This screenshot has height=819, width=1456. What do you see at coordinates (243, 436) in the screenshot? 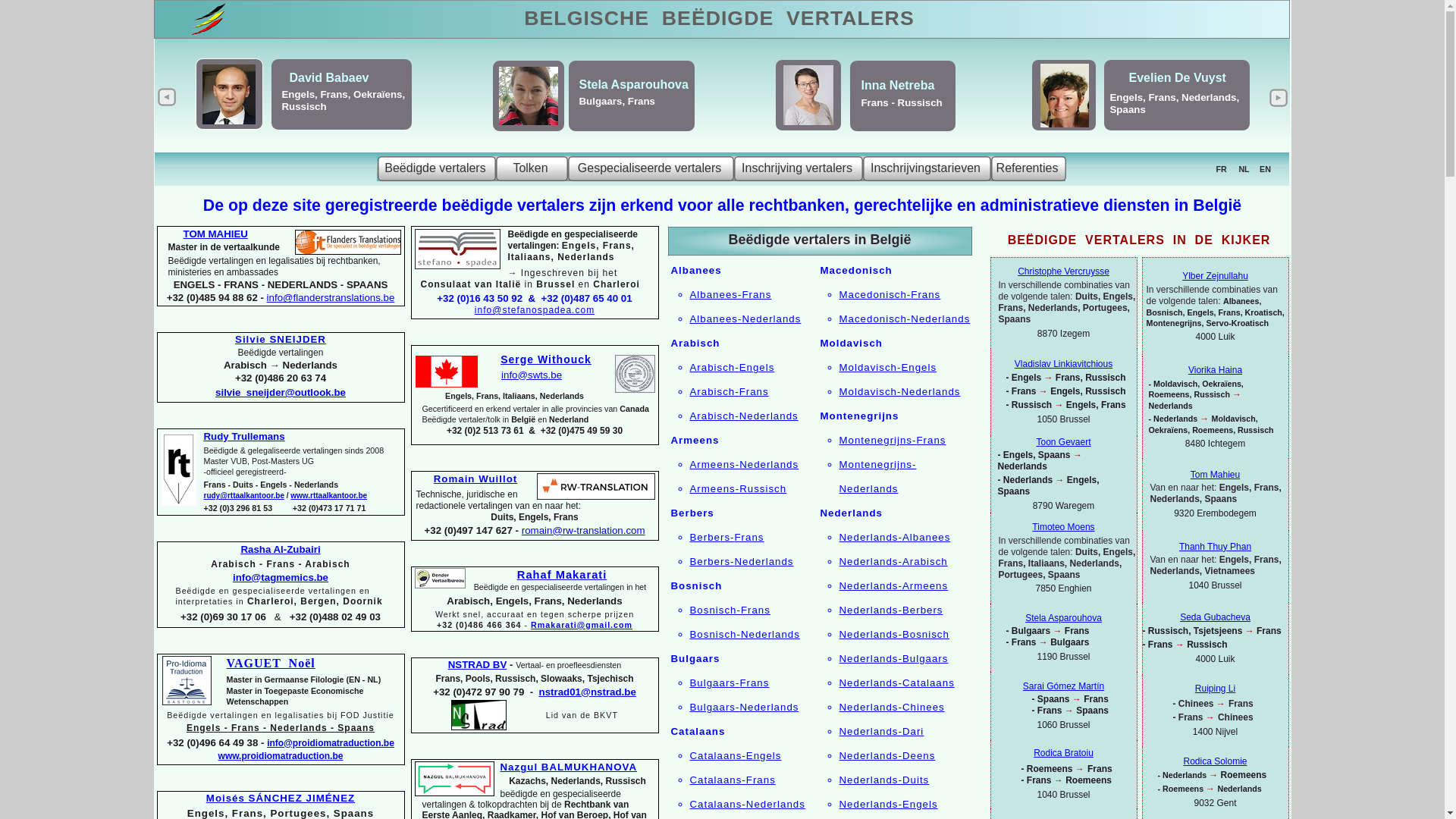
I see `'Rudy Trullemans'` at bounding box center [243, 436].